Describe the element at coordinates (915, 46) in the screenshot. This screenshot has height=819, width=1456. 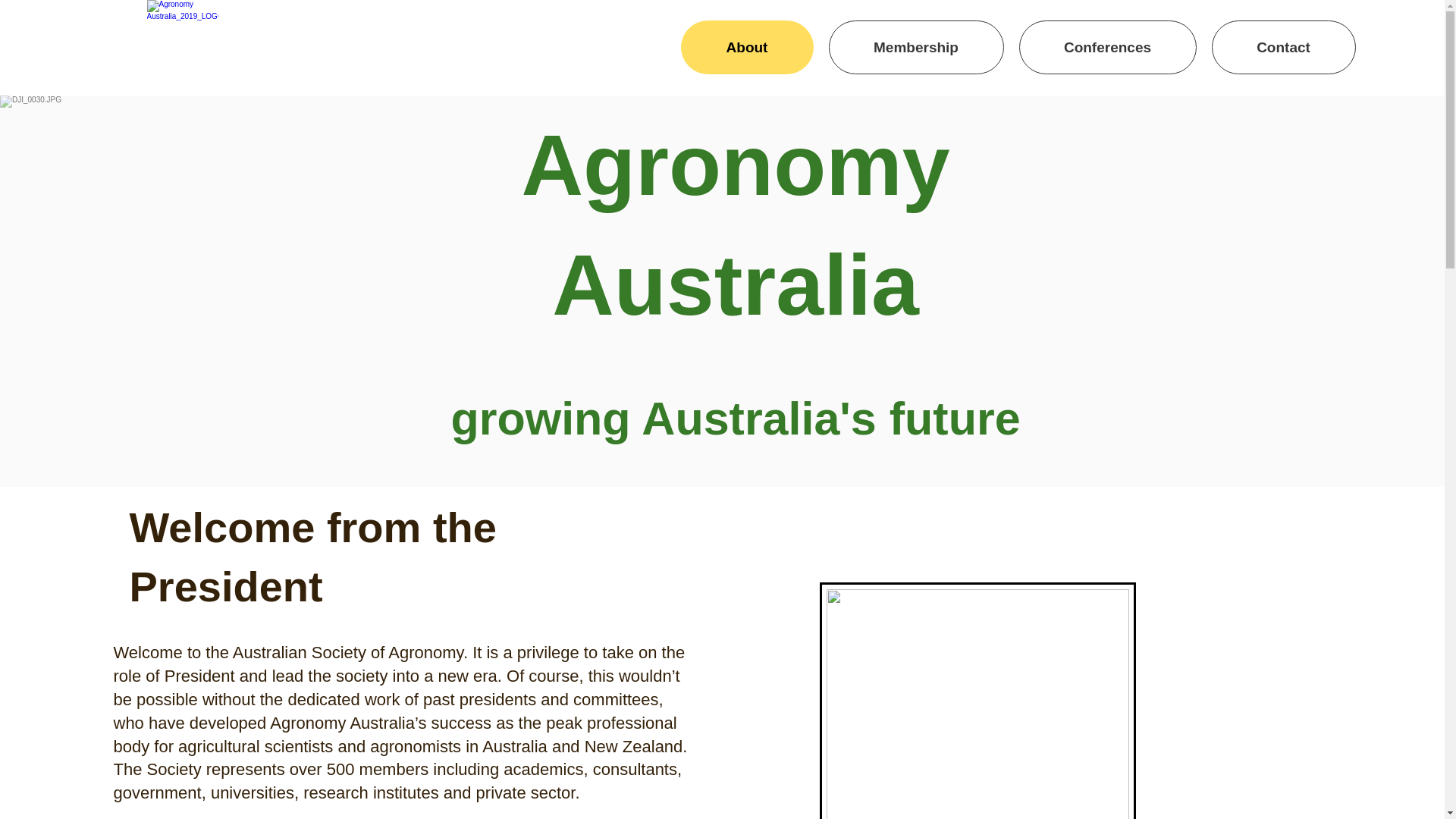
I see `'Membership'` at that location.